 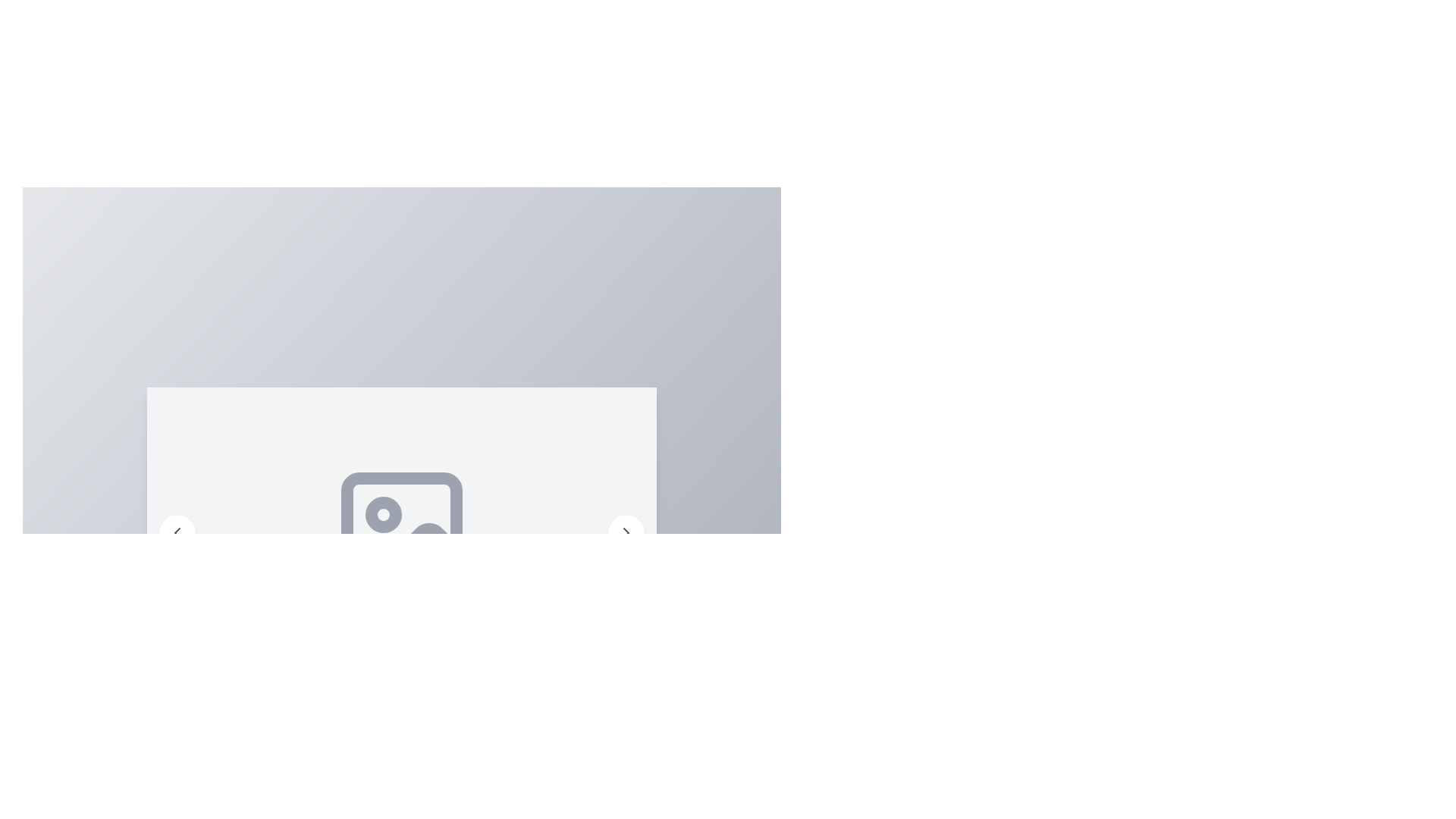 What do you see at coordinates (401, 532) in the screenshot?
I see `within the image placeholder for the 'Beach Sunset'` at bounding box center [401, 532].